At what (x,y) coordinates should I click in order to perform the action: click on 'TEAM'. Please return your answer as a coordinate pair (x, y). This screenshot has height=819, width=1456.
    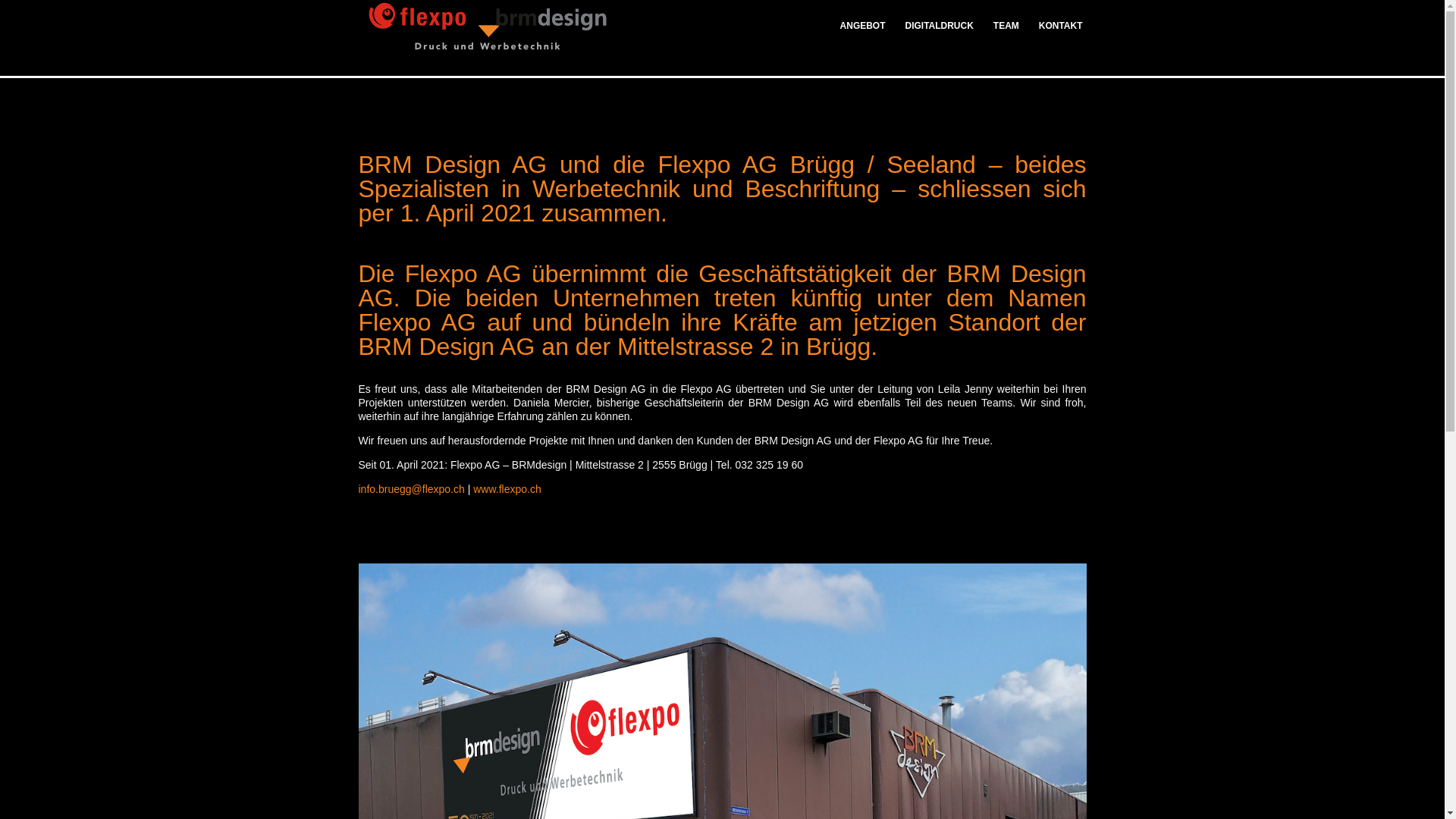
    Looking at the image, I should click on (1006, 36).